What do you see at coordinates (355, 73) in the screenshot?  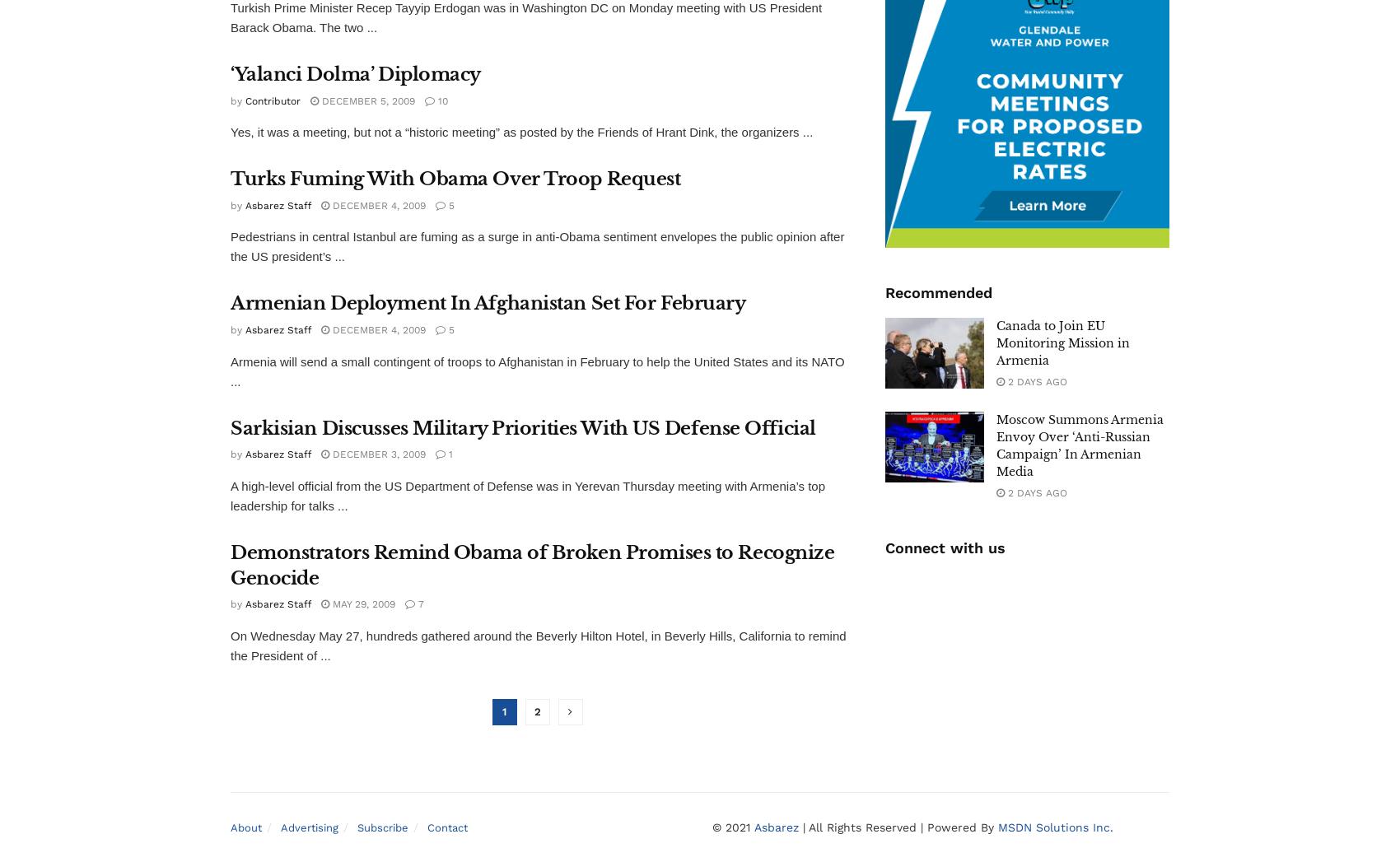 I see `'‘Yalanci Dolma’ Diplomacy'` at bounding box center [355, 73].